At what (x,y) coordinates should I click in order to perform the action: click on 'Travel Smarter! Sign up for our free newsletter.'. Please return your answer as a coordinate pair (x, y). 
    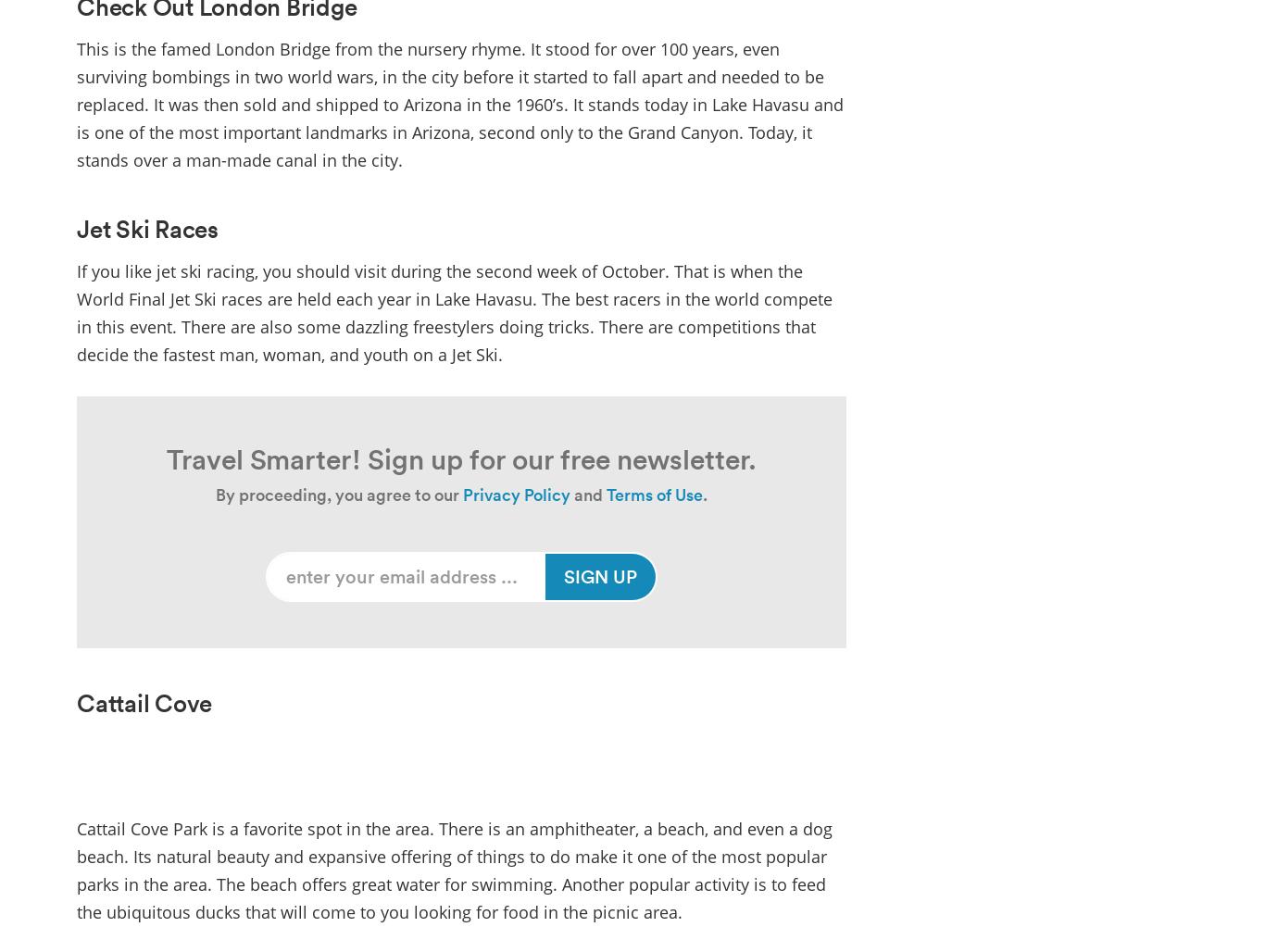
    Looking at the image, I should click on (460, 457).